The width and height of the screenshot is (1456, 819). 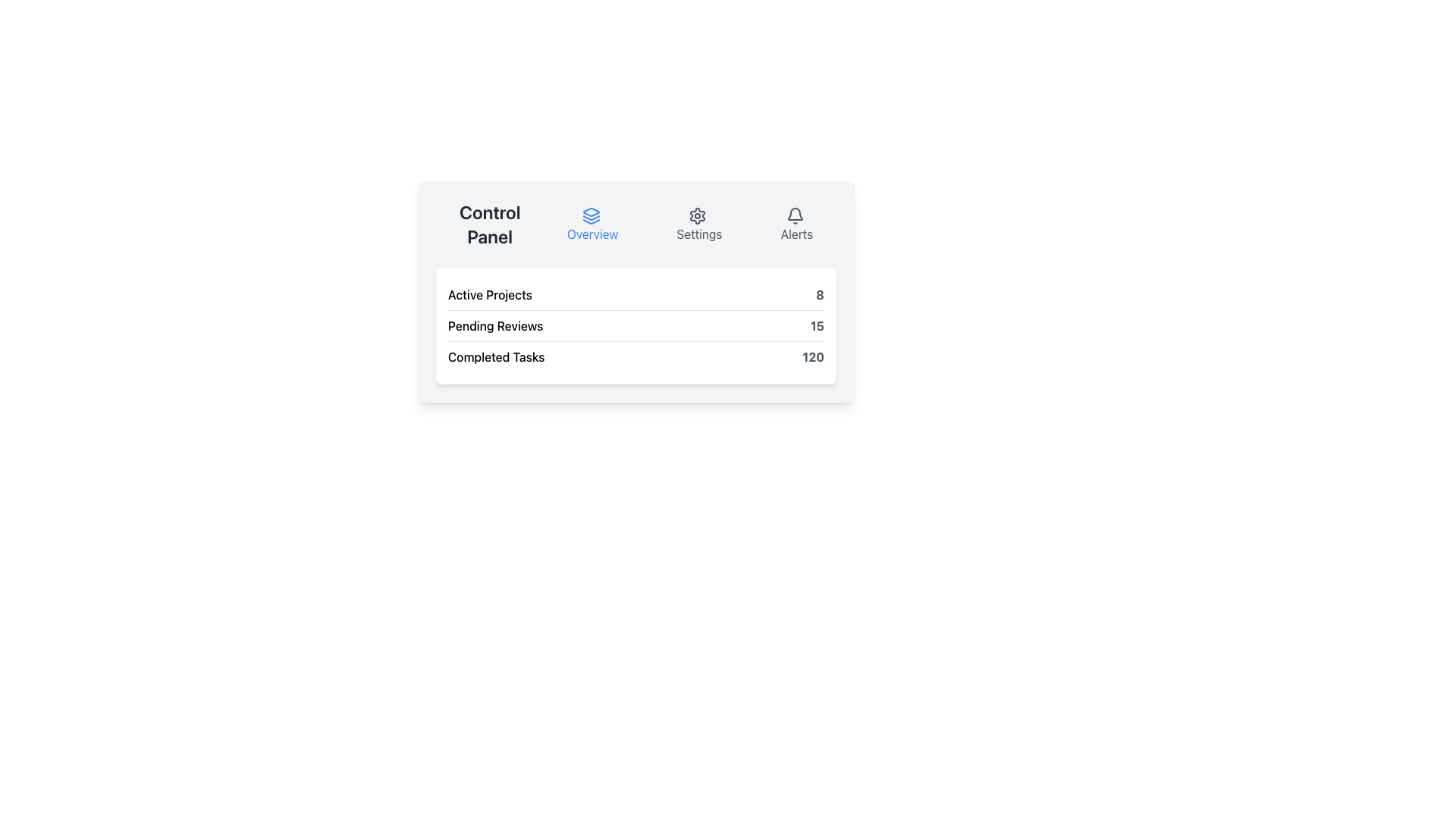 I want to click on the Static text label displaying the count of active projects, located at the right end of the first row in the control panel list, so click(x=819, y=294).